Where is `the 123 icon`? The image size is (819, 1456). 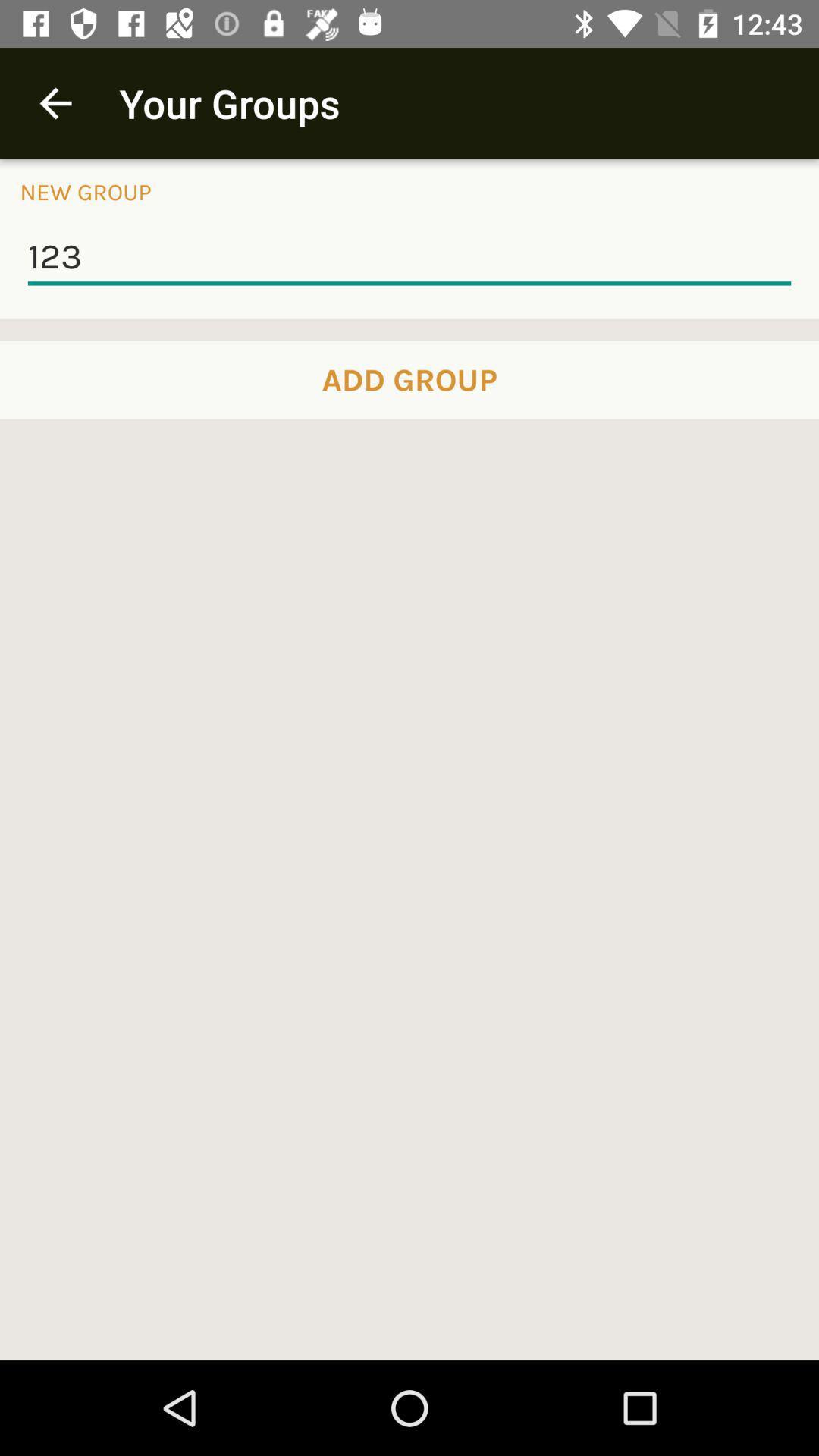
the 123 icon is located at coordinates (409, 258).